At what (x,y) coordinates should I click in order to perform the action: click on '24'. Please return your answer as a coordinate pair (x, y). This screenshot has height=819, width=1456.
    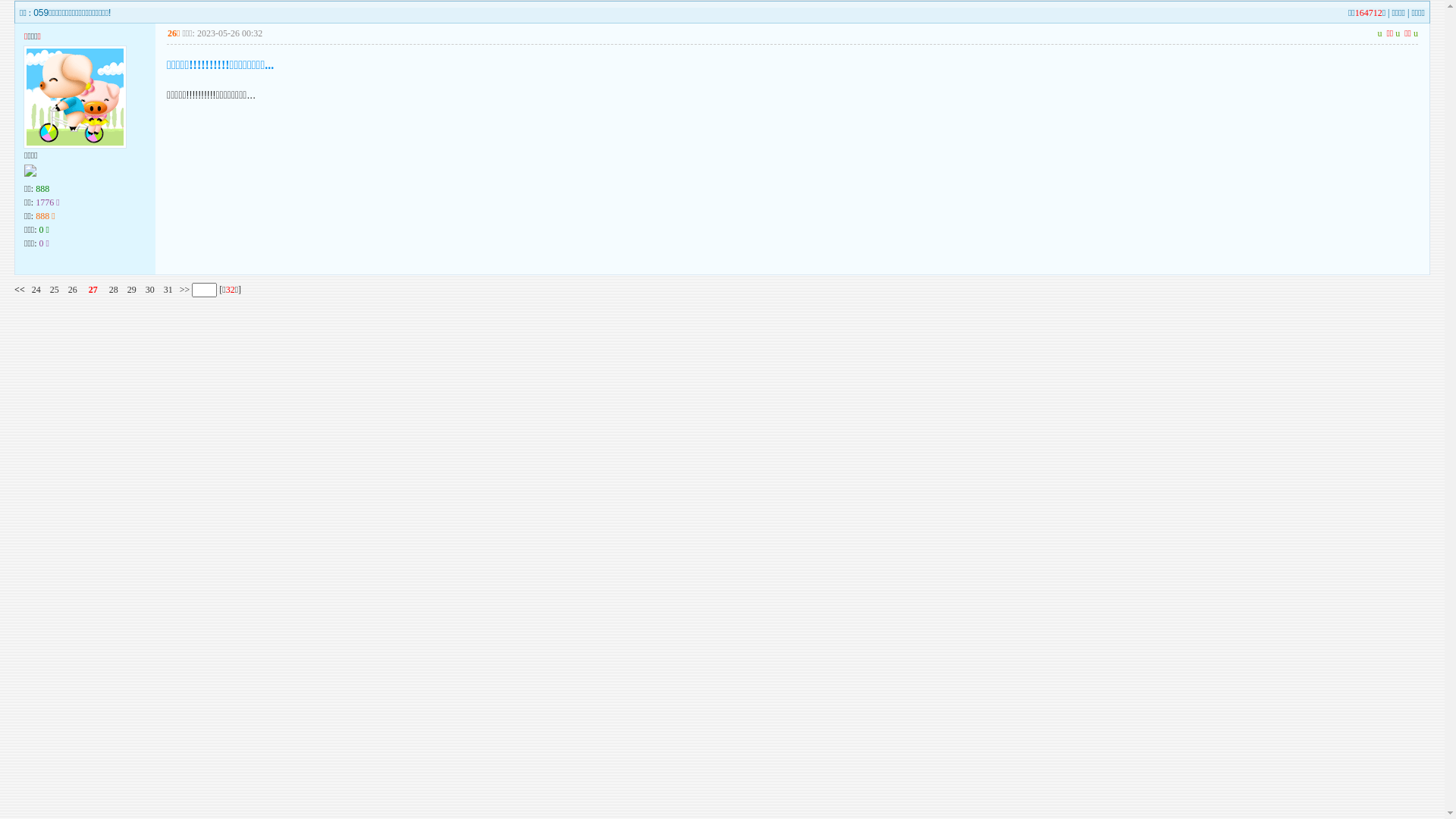
    Looking at the image, I should click on (36, 289).